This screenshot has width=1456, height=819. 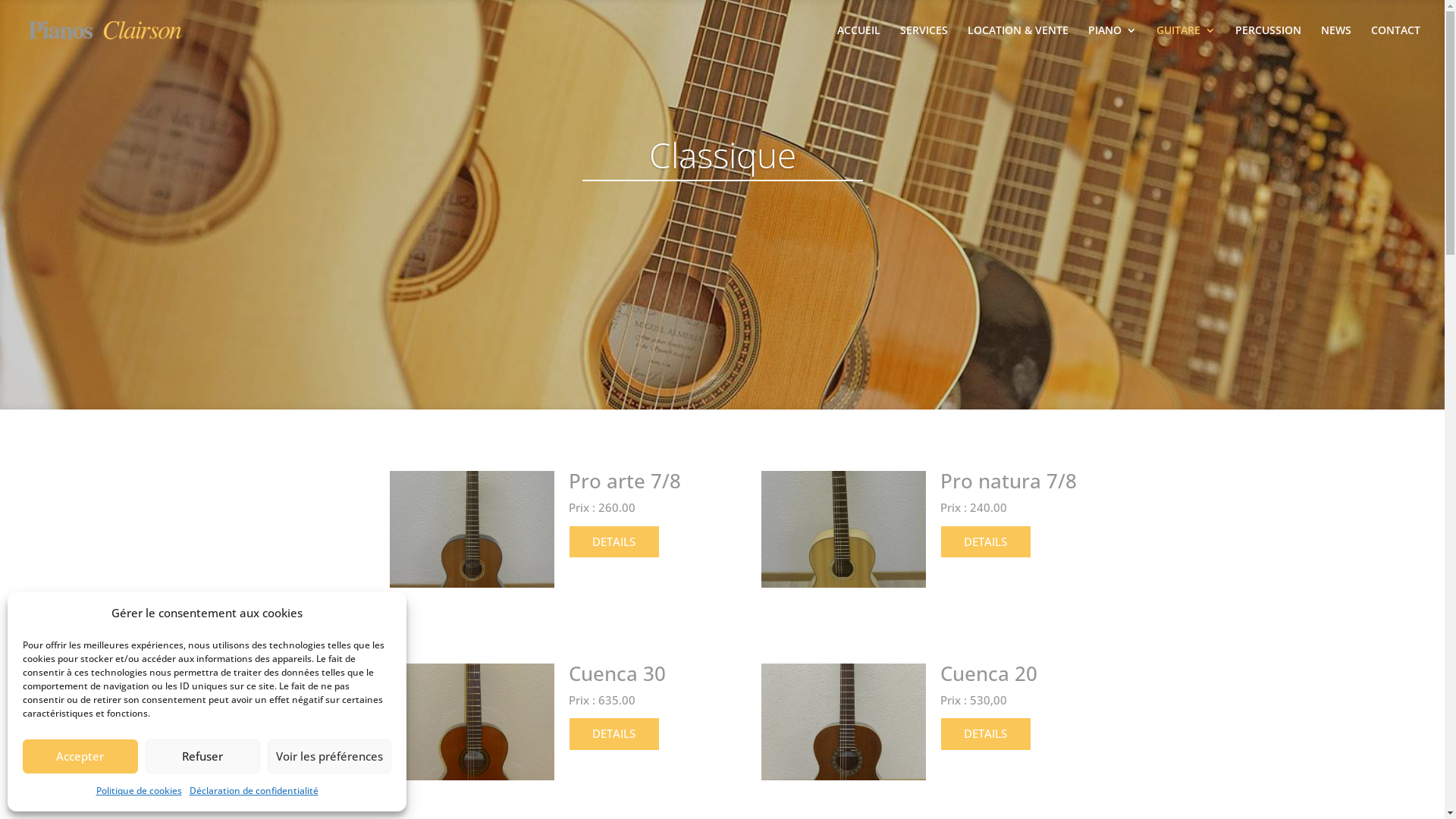 What do you see at coordinates (1268, 42) in the screenshot?
I see `'PERCUSSION'` at bounding box center [1268, 42].